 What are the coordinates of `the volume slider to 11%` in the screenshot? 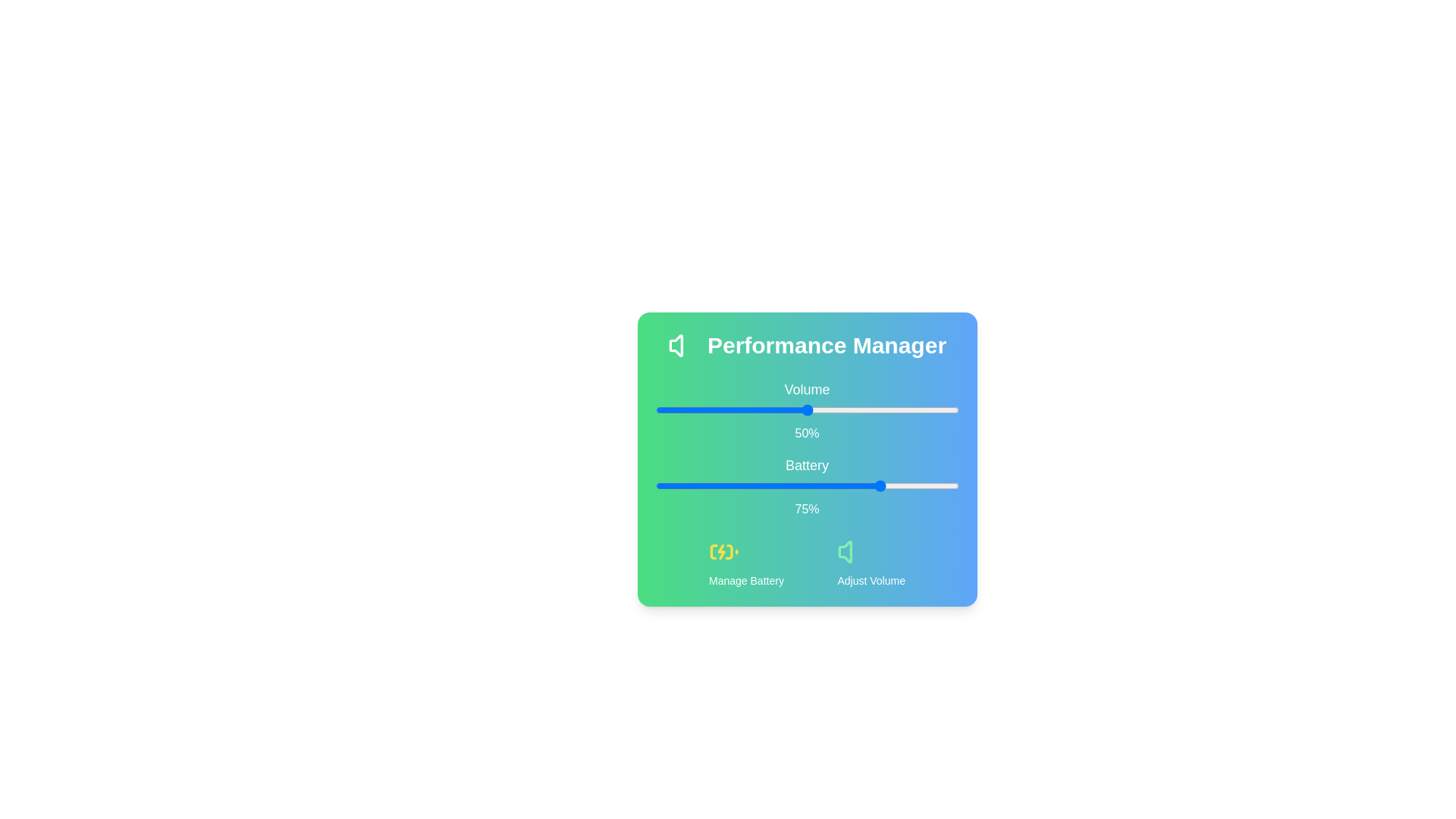 It's located at (688, 409).